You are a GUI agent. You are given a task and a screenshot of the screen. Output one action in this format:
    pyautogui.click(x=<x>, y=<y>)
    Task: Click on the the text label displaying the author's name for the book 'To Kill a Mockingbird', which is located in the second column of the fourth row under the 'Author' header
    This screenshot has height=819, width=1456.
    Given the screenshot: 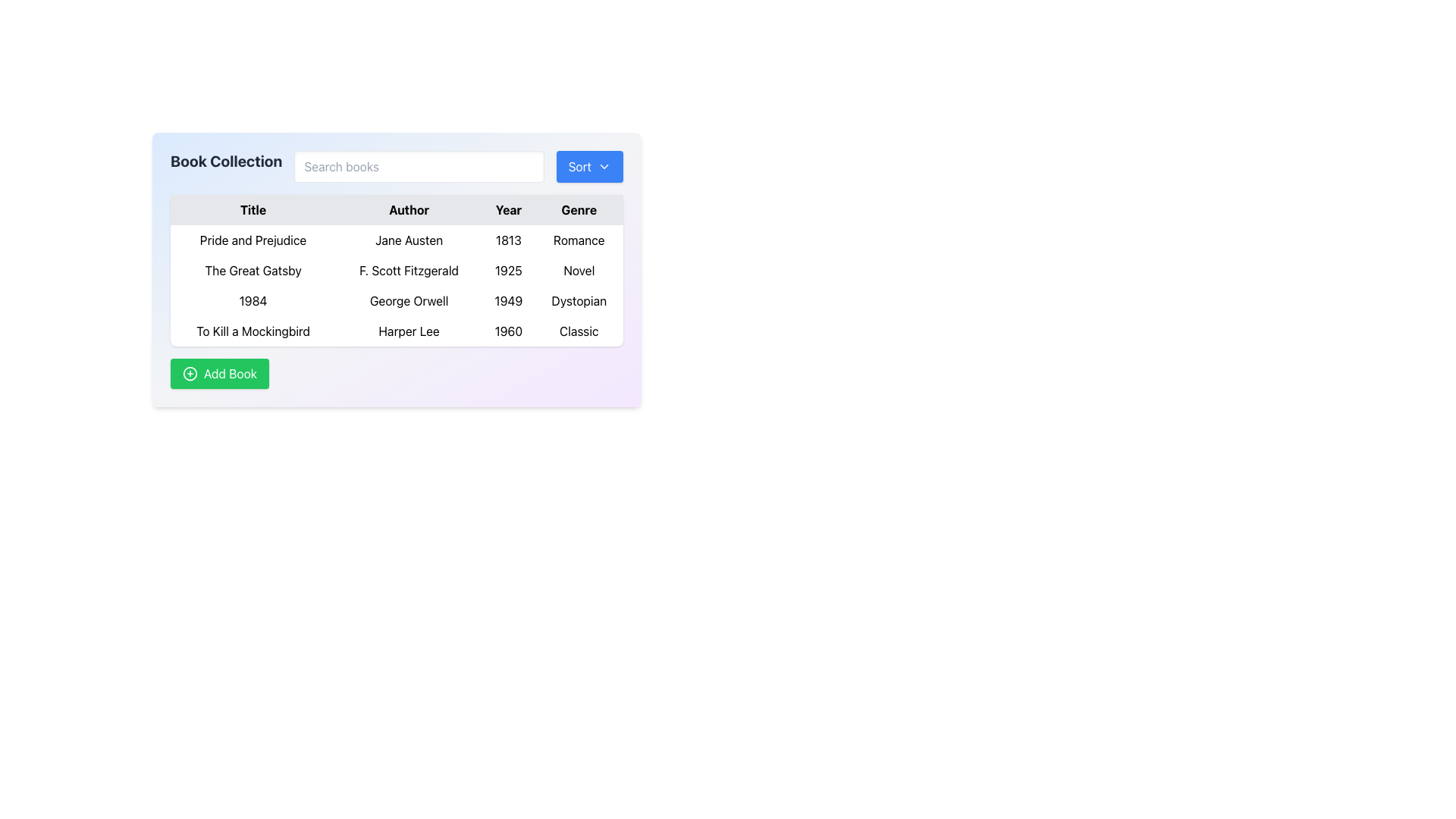 What is the action you would take?
    pyautogui.click(x=409, y=330)
    